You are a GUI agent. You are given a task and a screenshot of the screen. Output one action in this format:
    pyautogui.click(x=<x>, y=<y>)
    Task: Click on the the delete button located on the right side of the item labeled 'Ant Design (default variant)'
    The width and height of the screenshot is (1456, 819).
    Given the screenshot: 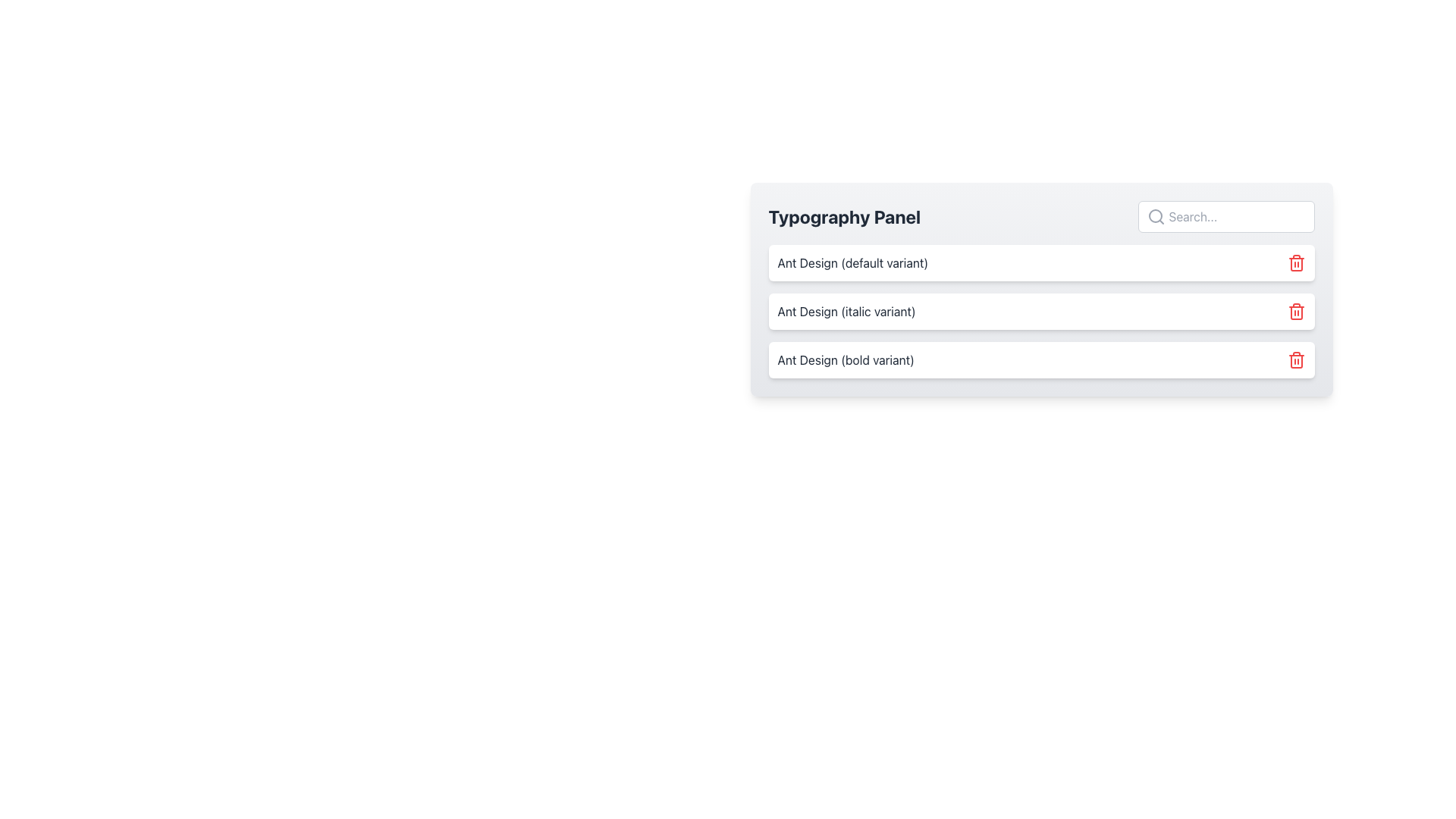 What is the action you would take?
    pyautogui.click(x=1295, y=262)
    